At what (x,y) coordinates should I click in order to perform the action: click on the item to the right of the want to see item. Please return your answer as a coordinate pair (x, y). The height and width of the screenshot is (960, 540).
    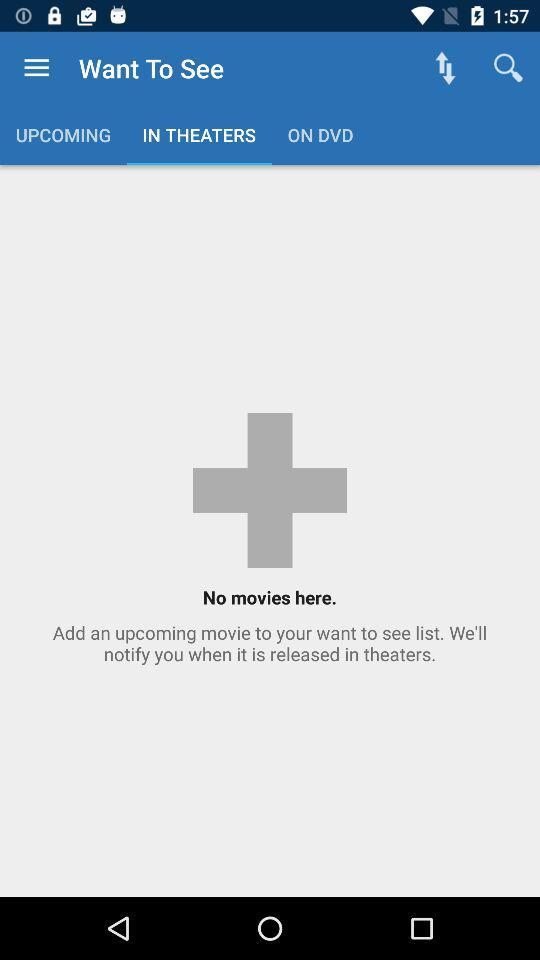
    Looking at the image, I should click on (445, 68).